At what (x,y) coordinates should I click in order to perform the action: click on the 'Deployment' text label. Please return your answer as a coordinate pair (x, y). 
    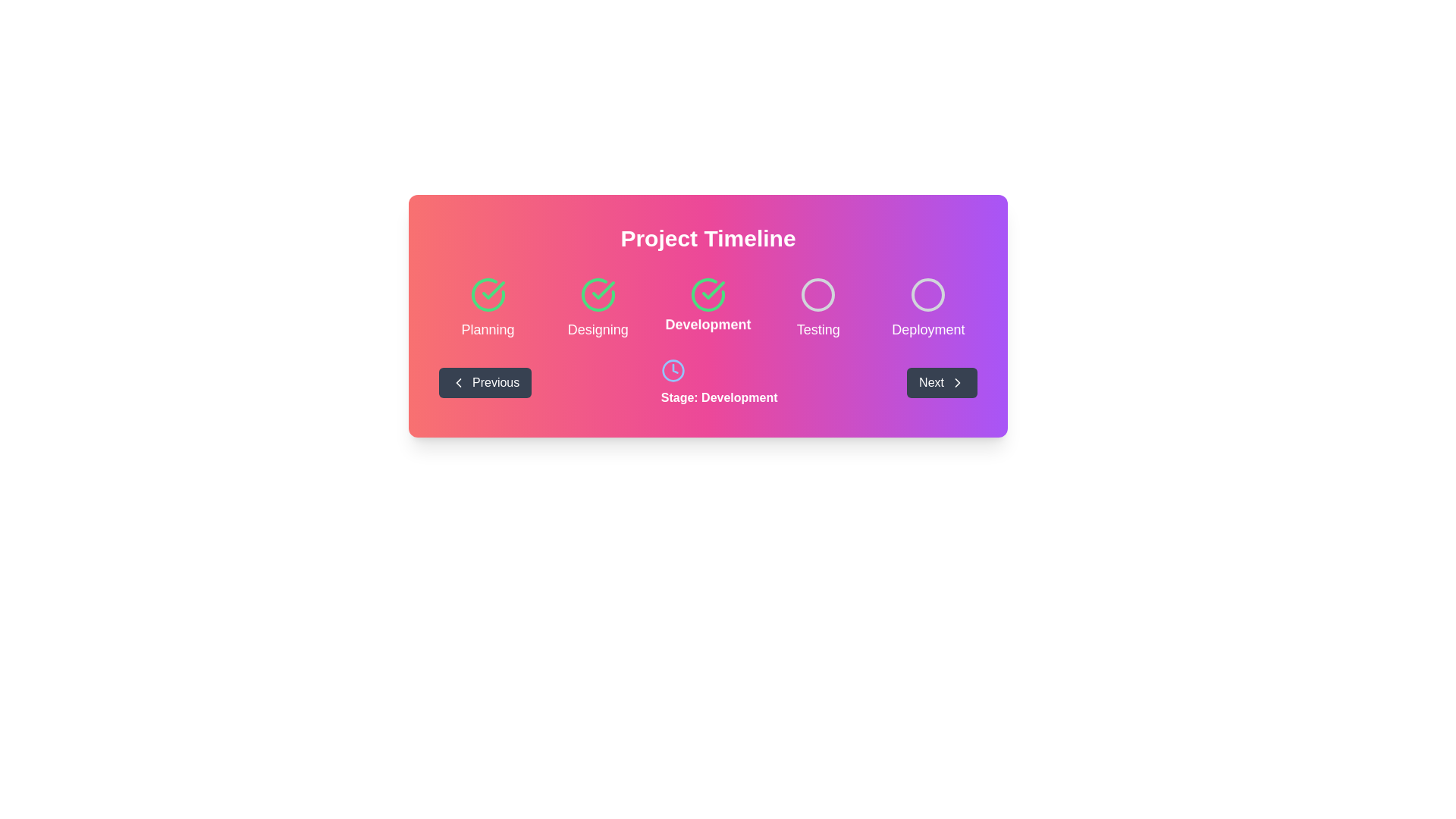
    Looking at the image, I should click on (927, 329).